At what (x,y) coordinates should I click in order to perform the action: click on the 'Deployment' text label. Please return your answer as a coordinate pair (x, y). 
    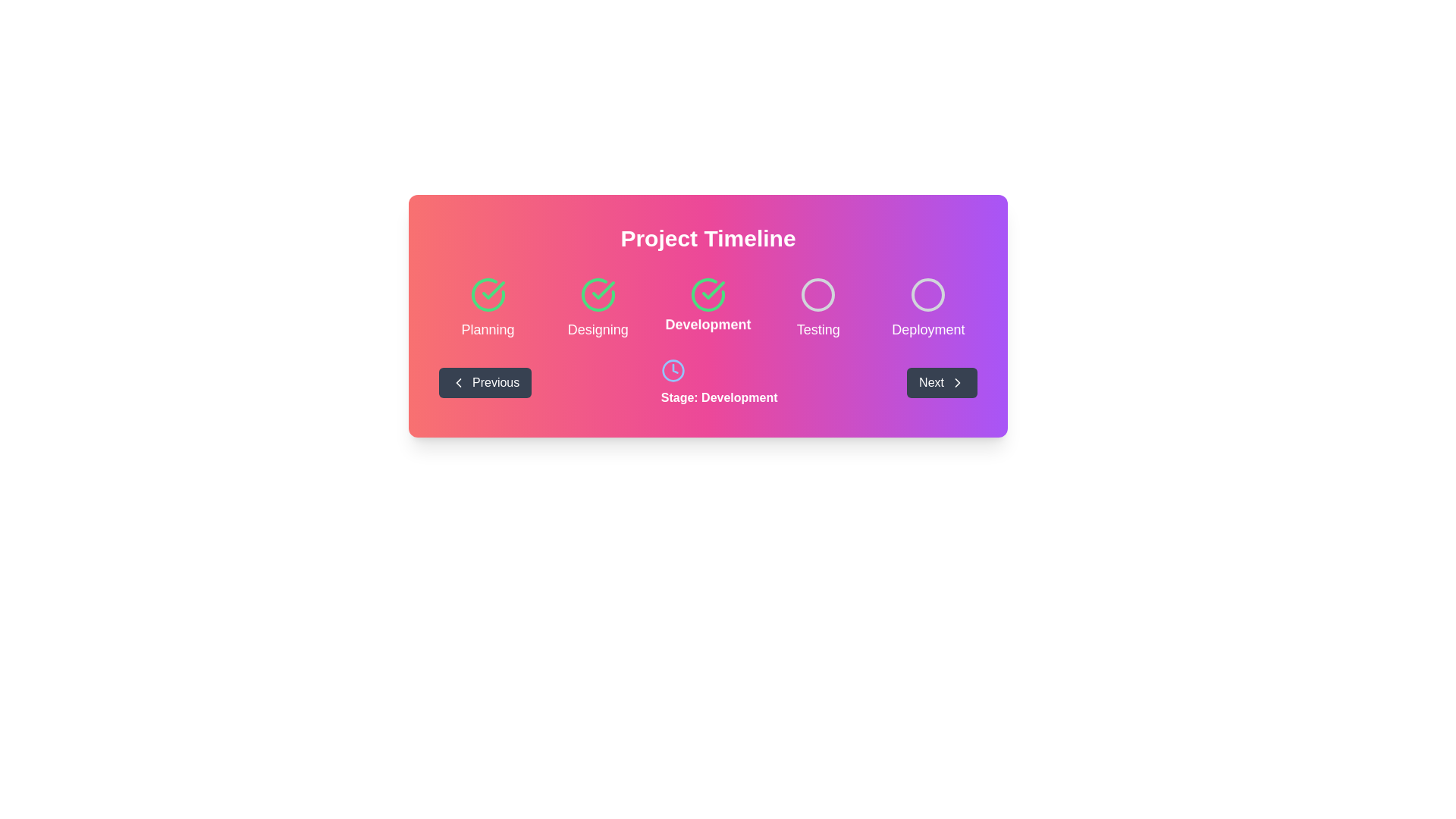
    Looking at the image, I should click on (927, 329).